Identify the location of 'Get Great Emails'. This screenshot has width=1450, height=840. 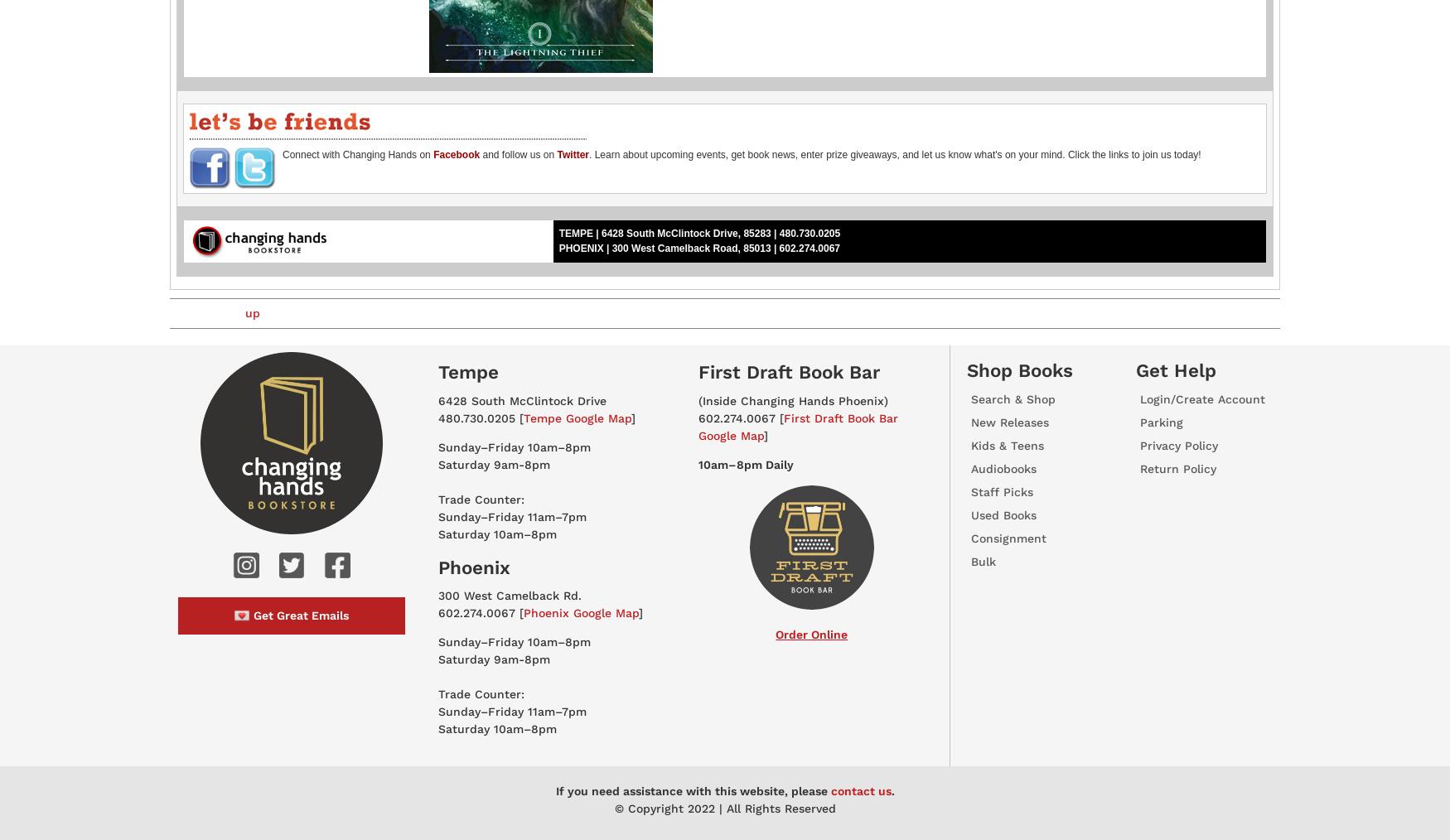
(300, 614).